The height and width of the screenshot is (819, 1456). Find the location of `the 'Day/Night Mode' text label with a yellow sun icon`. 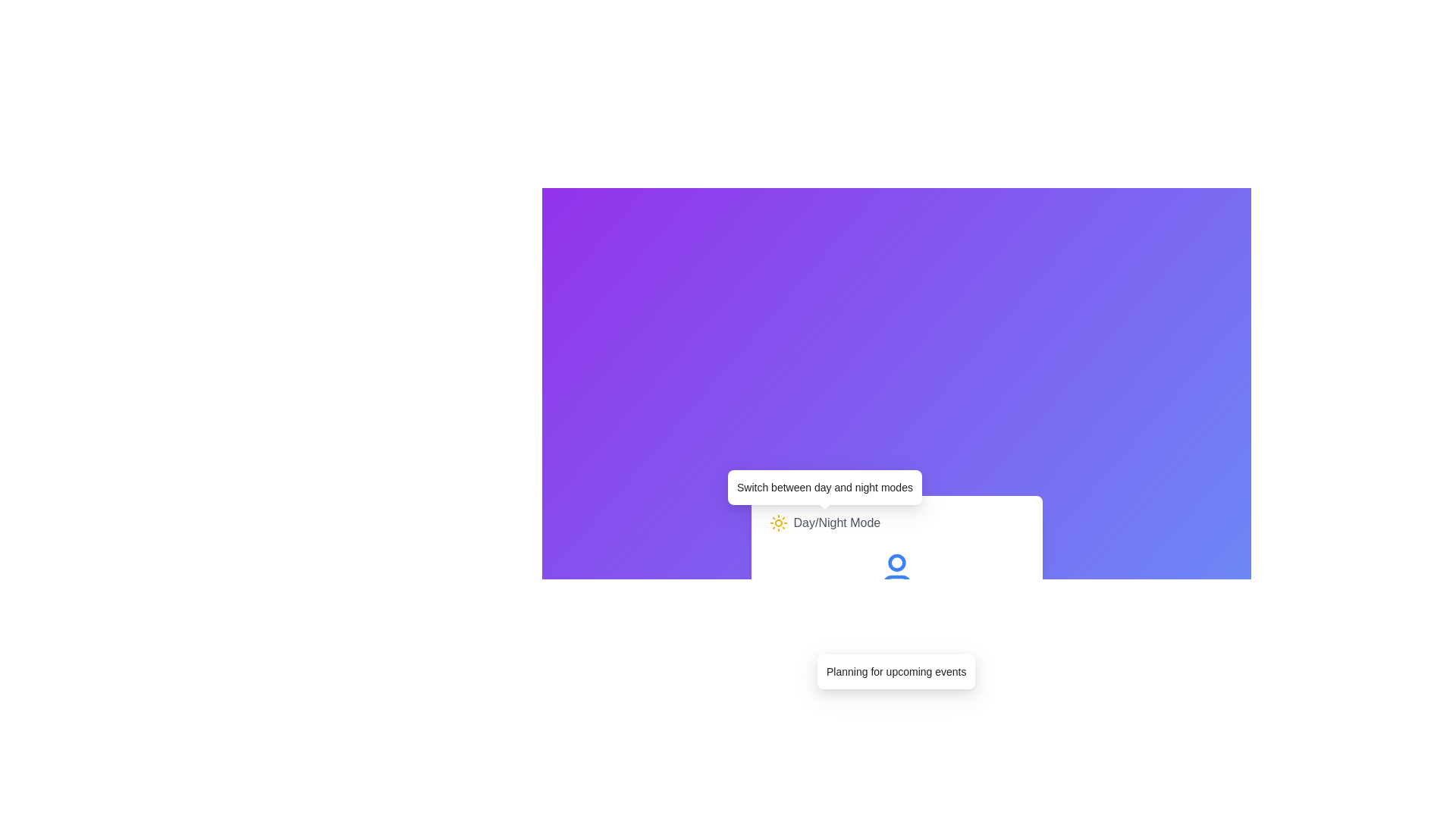

the 'Day/Night Mode' text label with a yellow sun icon is located at coordinates (824, 522).